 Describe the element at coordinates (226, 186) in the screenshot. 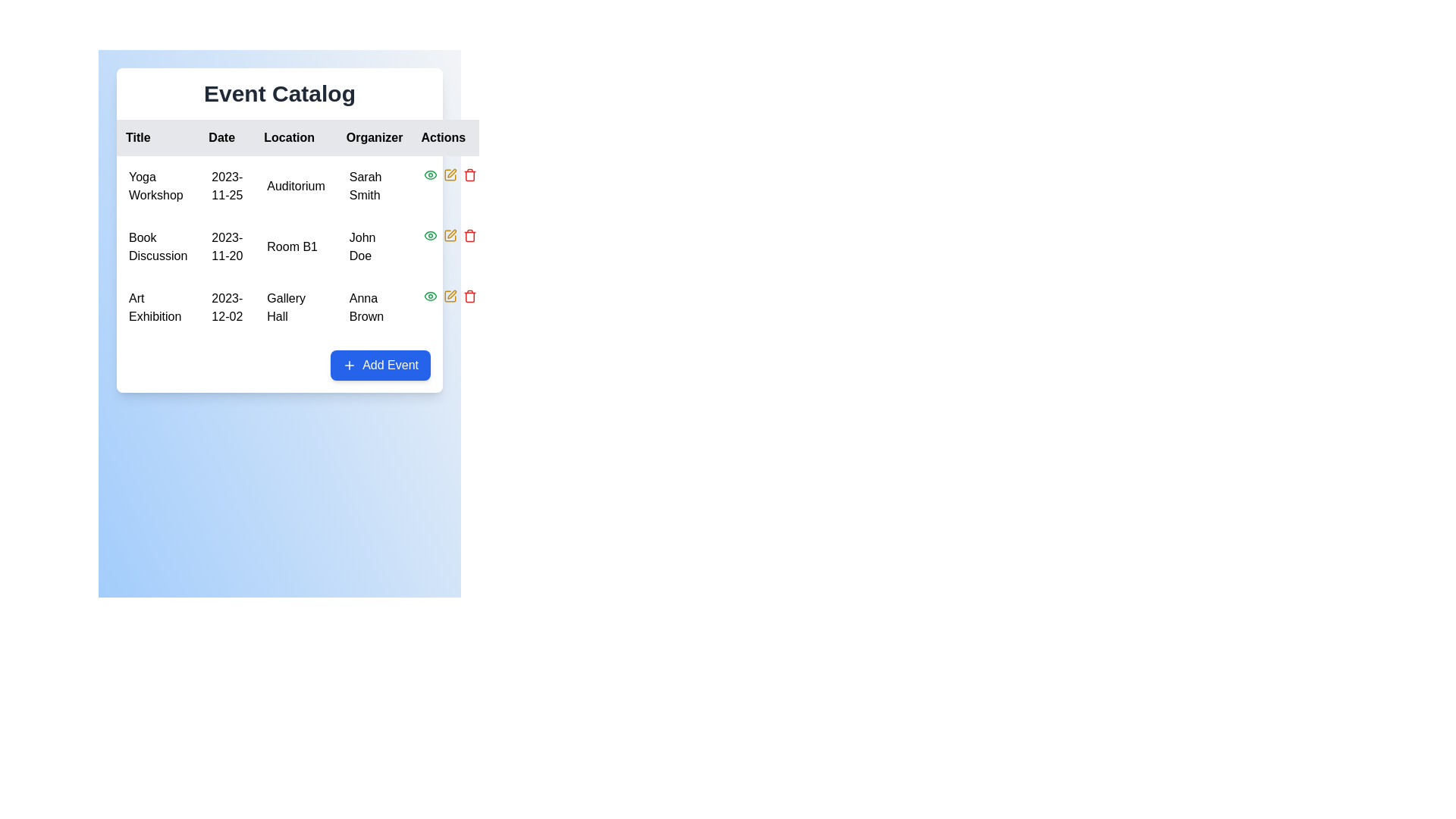

I see `content displayed in the Text Label showing the date '2023-11-25' in the second column of the first row of the table under the 'Date' column` at that location.